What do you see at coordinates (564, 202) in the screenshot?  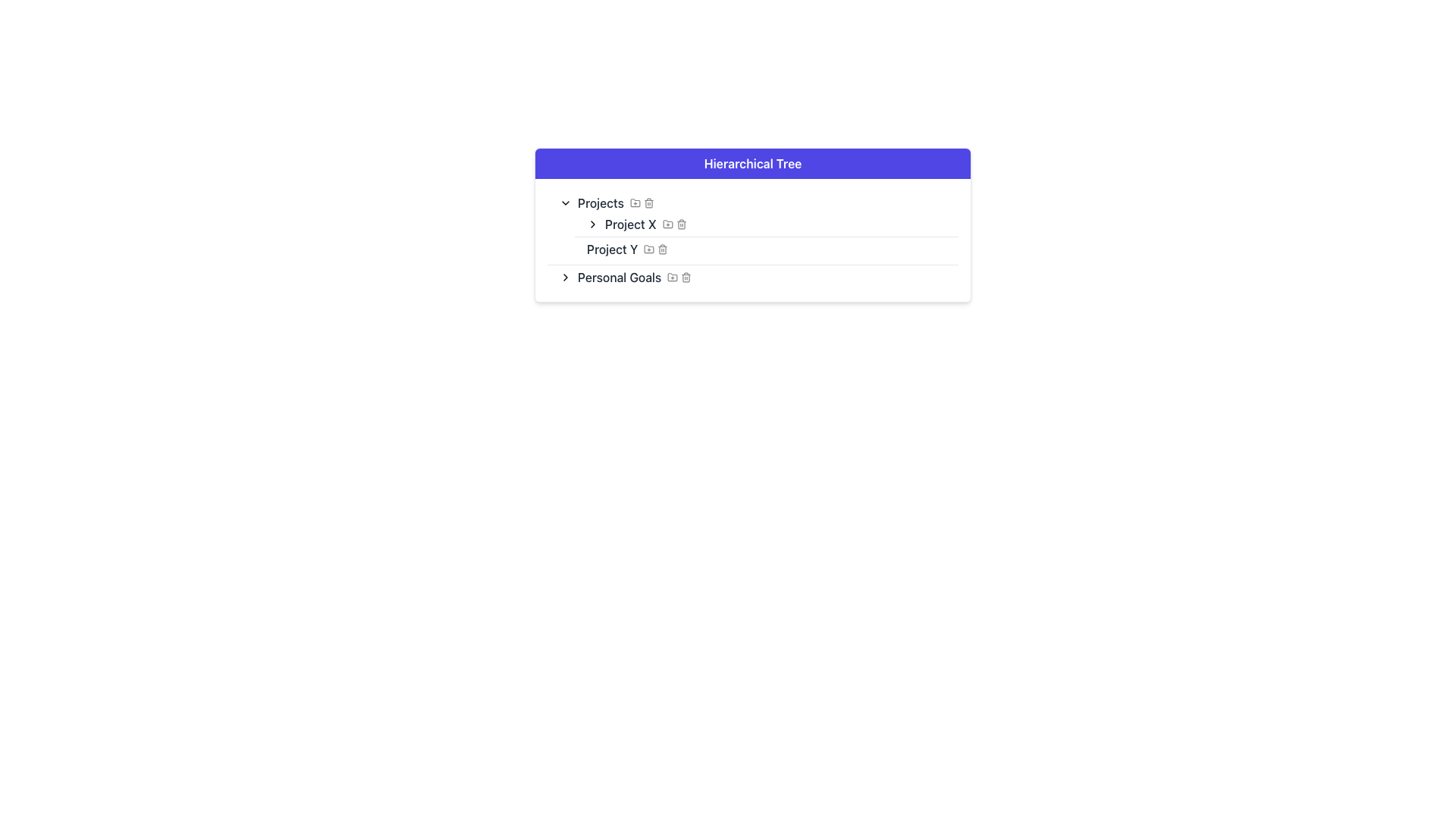 I see `the Dropdown Indicator next to the 'Projects' section header` at bounding box center [564, 202].